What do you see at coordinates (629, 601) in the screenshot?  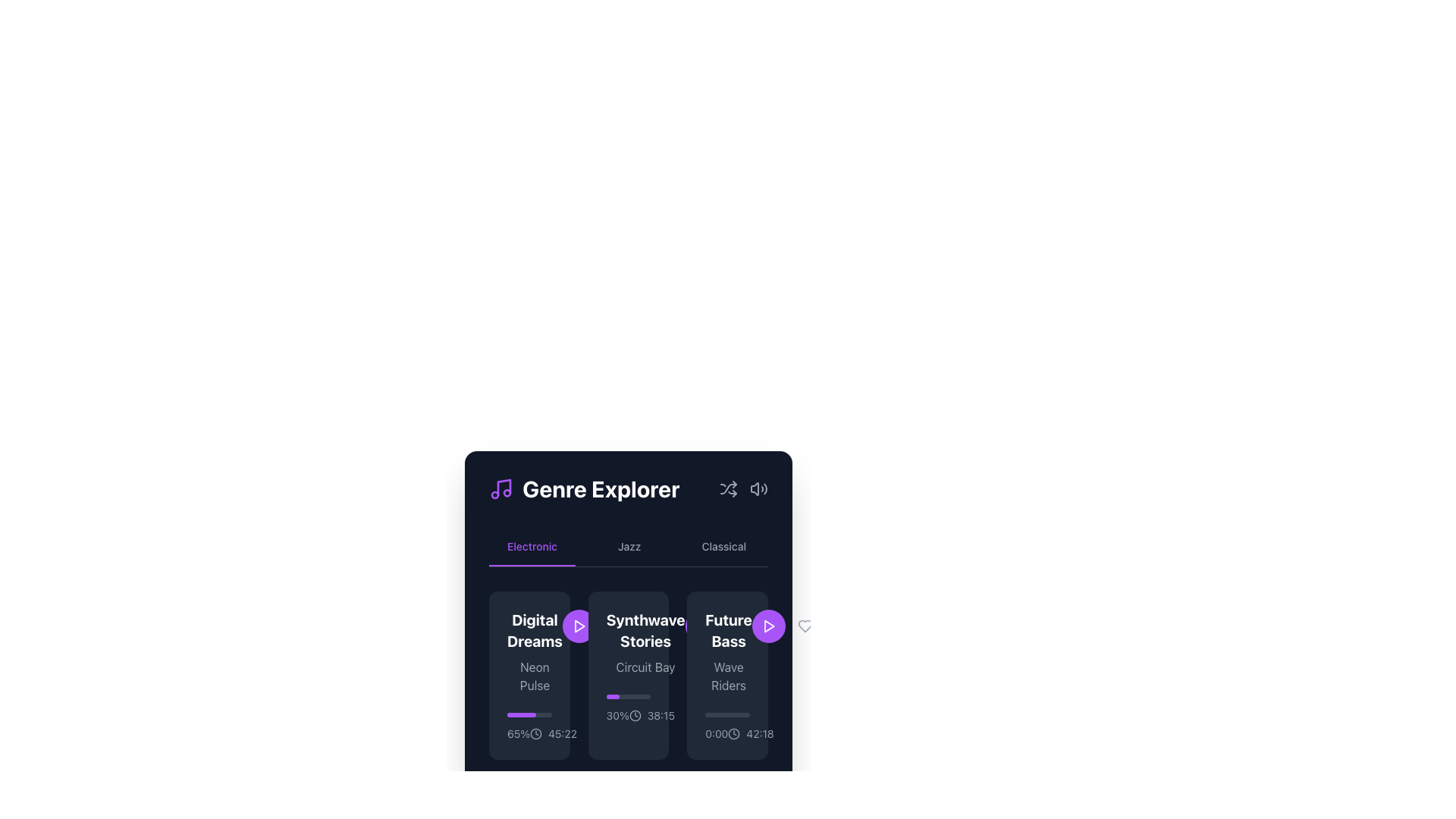 I see `the Interactive card representing the 'Electronic' genre in the Genre Explorer section` at bounding box center [629, 601].